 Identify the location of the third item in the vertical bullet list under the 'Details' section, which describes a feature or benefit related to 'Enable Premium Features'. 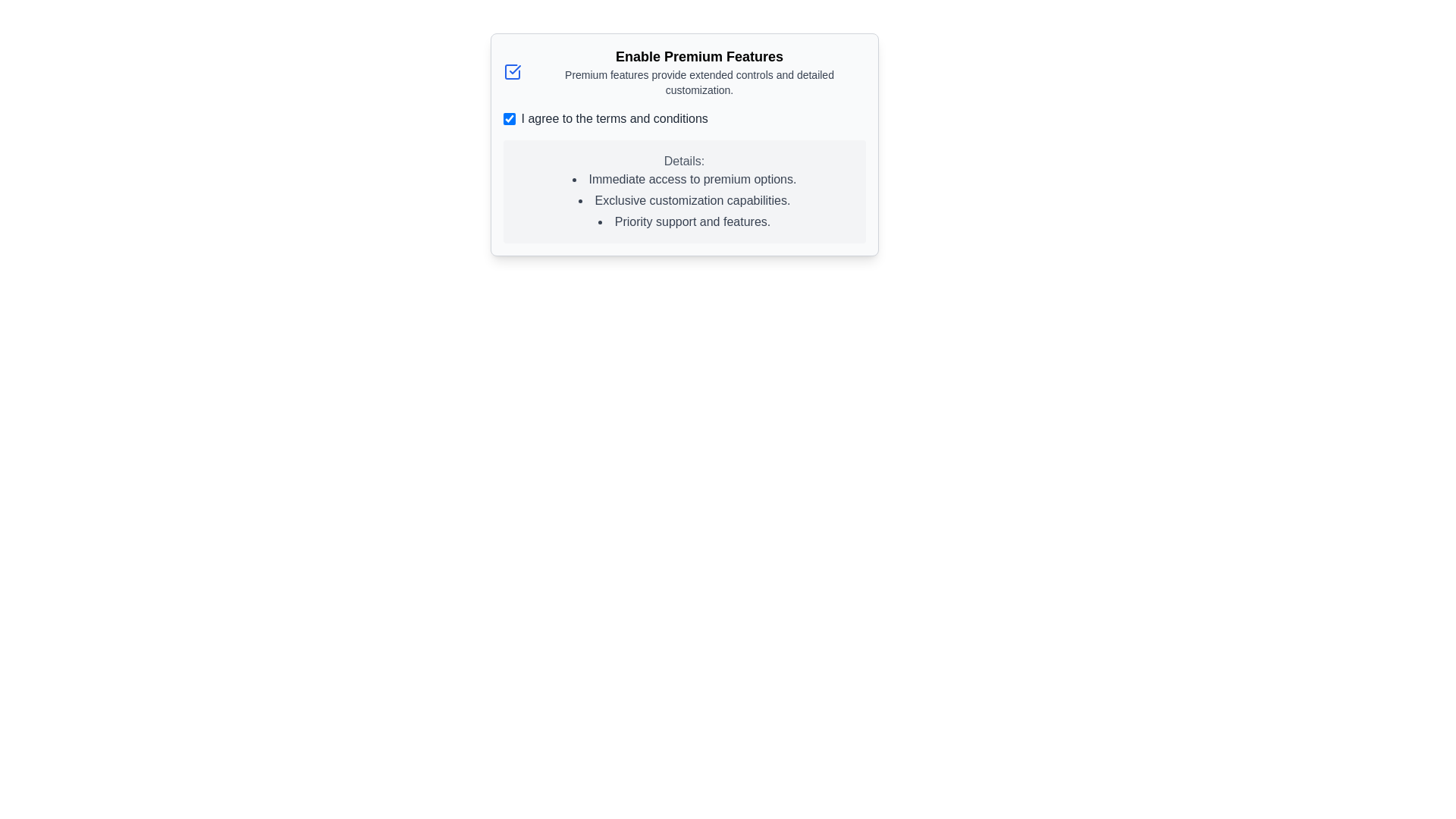
(683, 222).